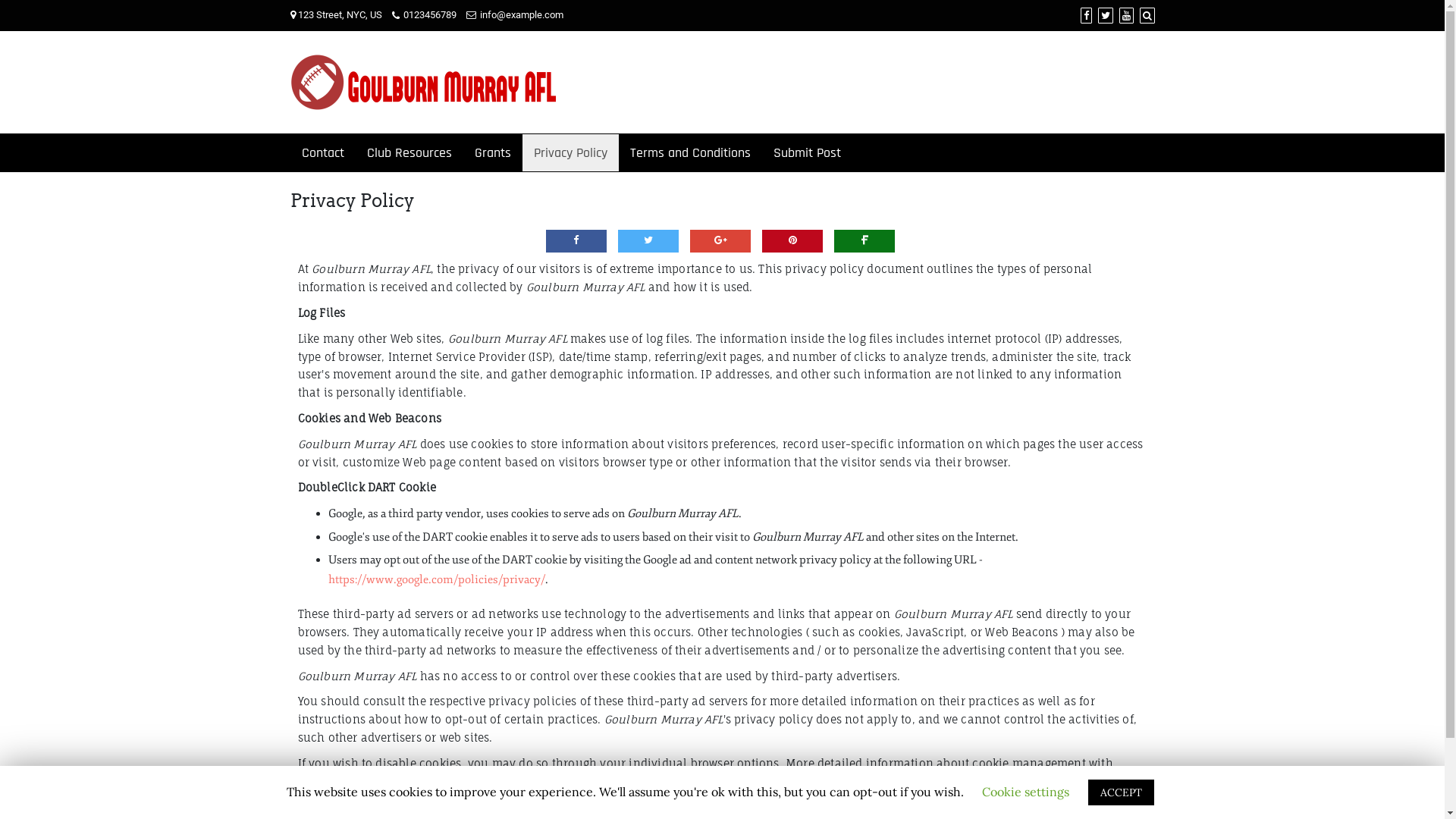 The image size is (1456, 819). What do you see at coordinates (322, 152) in the screenshot?
I see `'Contact'` at bounding box center [322, 152].